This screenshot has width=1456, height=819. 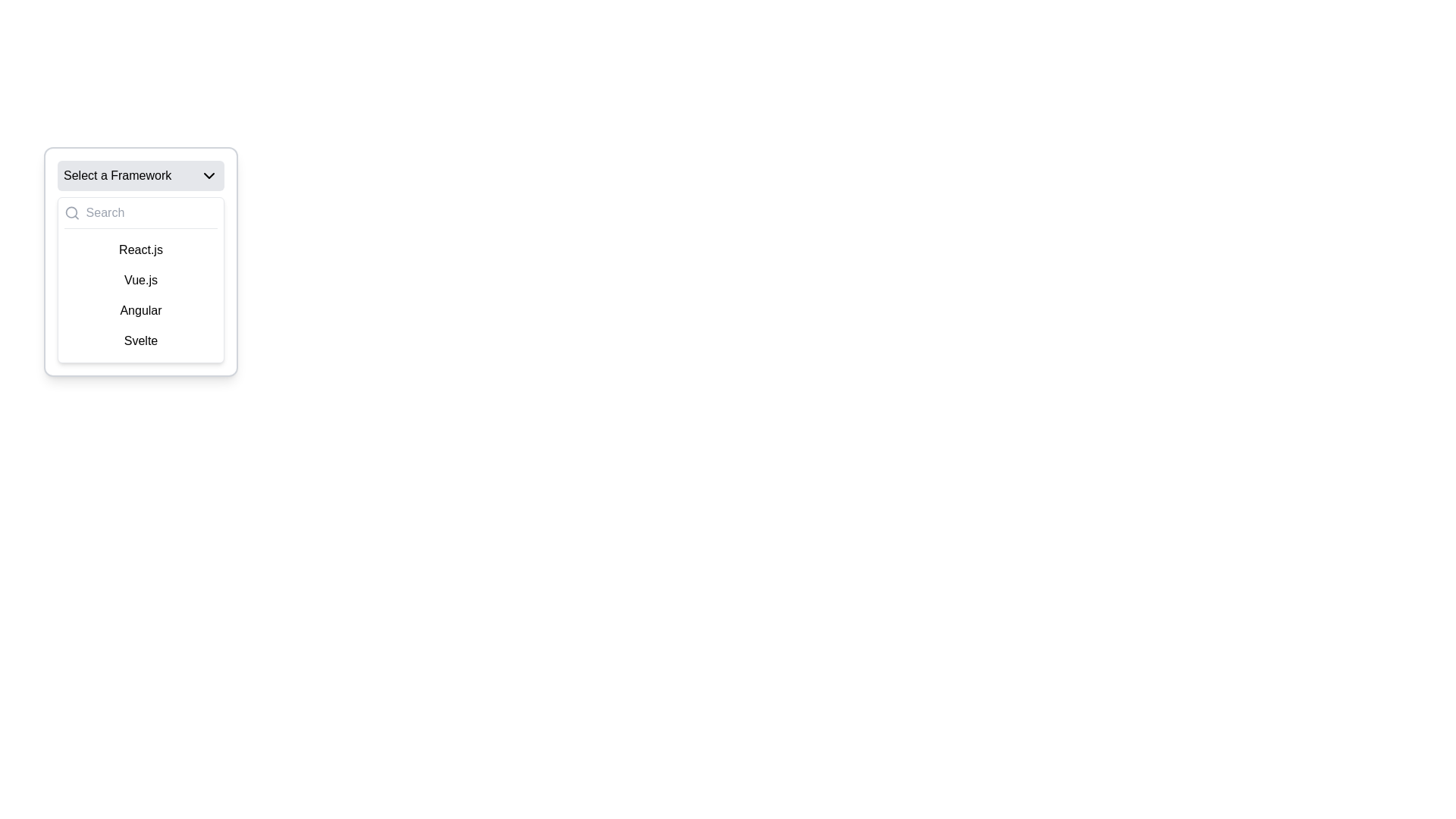 What do you see at coordinates (71, 213) in the screenshot?
I see `the small gray magnifying glass icon located to the left of the 'Search' text input field in the upper section of the dropdown interface` at bounding box center [71, 213].